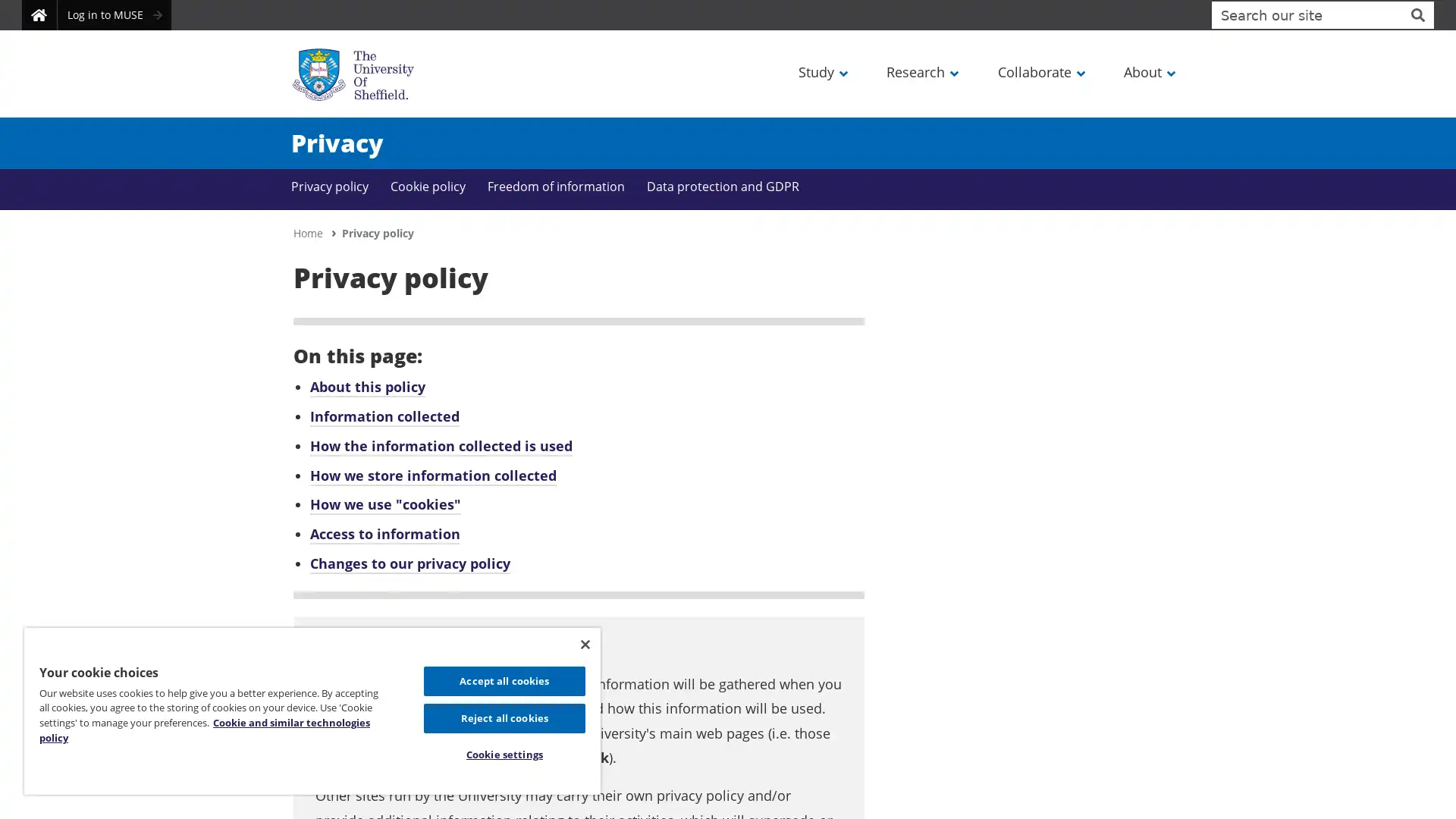 This screenshot has width=1456, height=819. Describe the element at coordinates (920, 71) in the screenshot. I see `Research` at that location.